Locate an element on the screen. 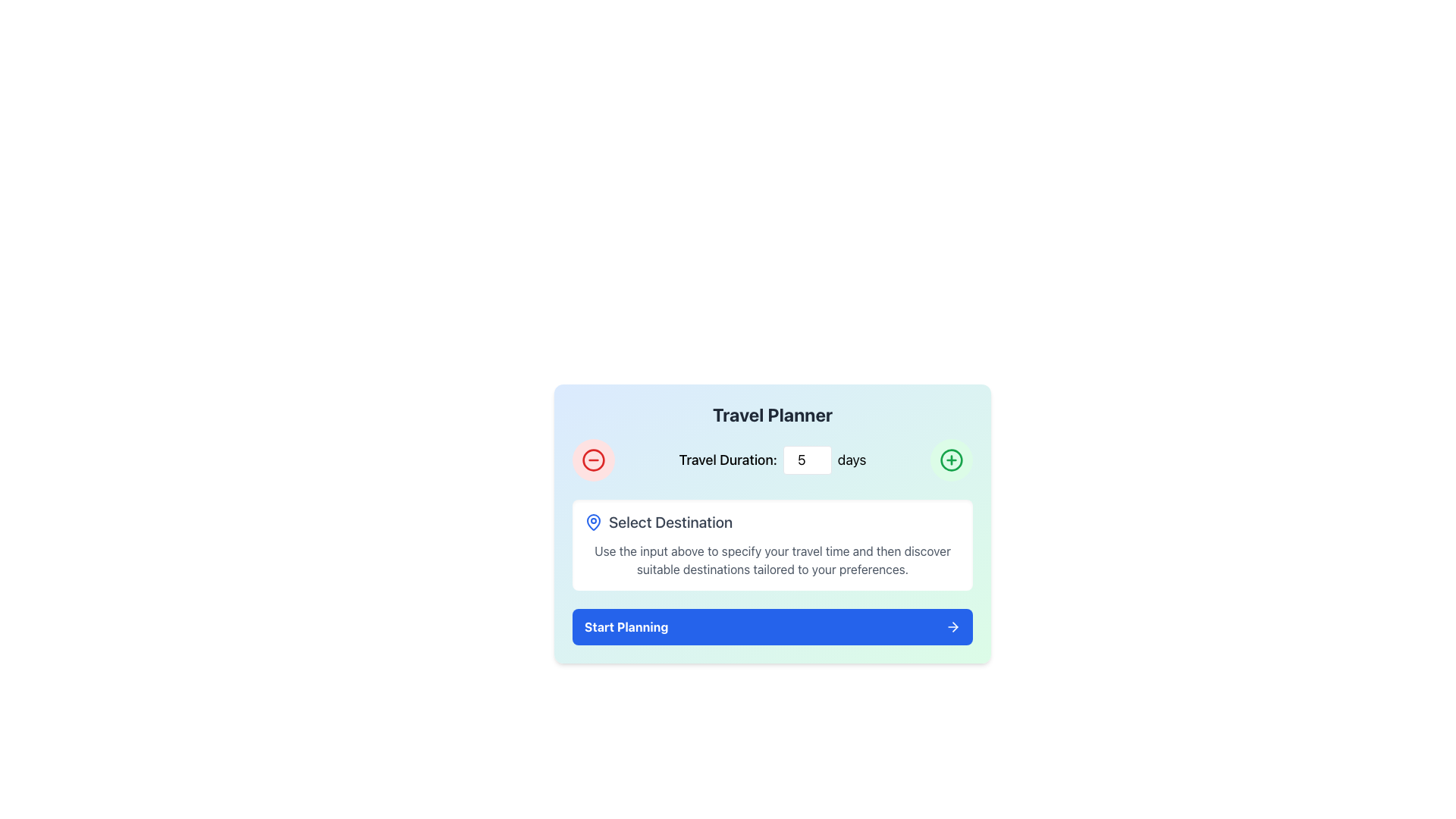  the static text label displaying 'days', which is styled with a large font and located adjacent to a numeric input field for specifying travel duration in the 'Travel Planner' interface is located at coordinates (852, 459).